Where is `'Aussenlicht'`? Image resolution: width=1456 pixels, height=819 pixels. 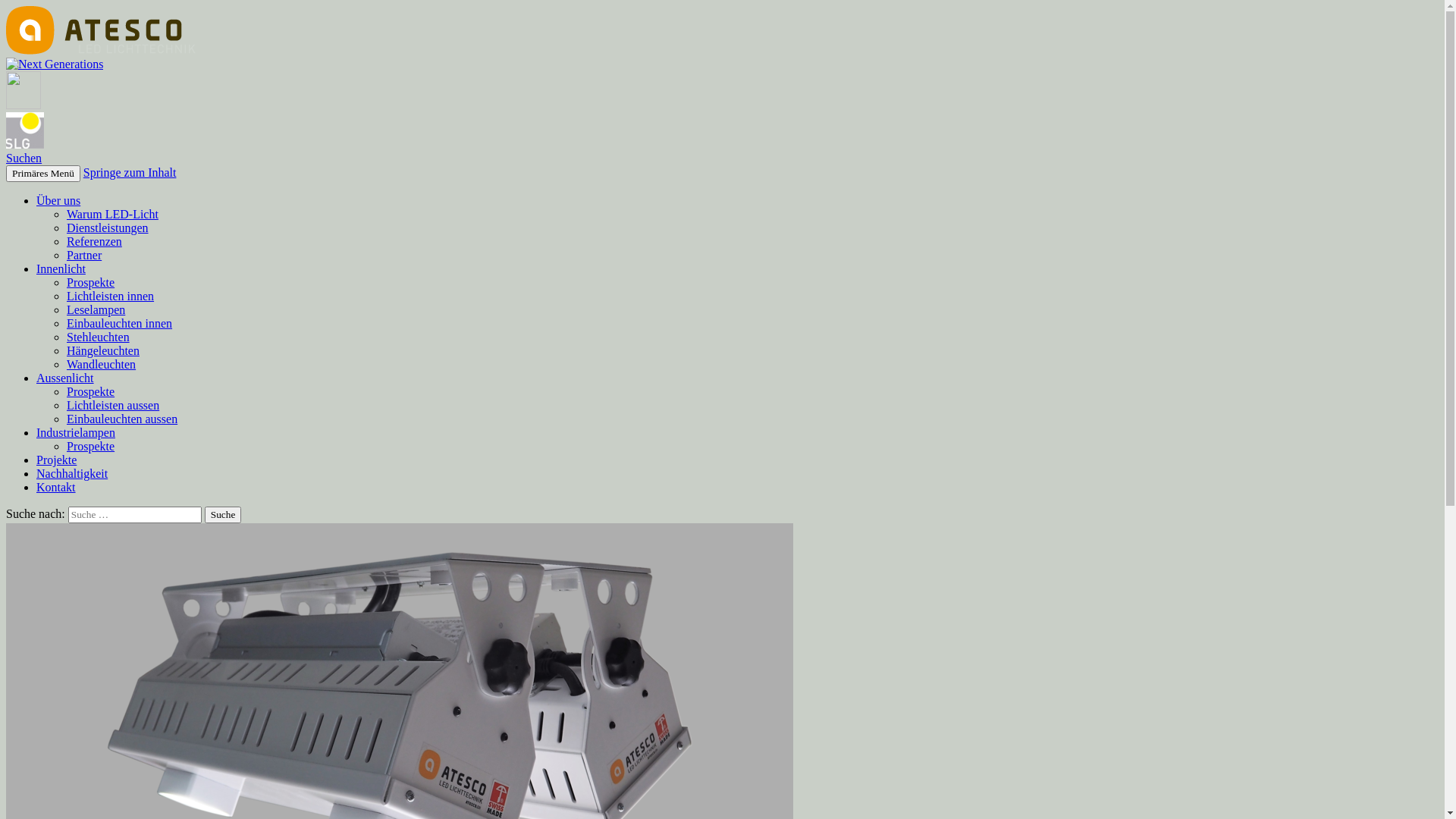
'Aussenlicht' is located at coordinates (64, 377).